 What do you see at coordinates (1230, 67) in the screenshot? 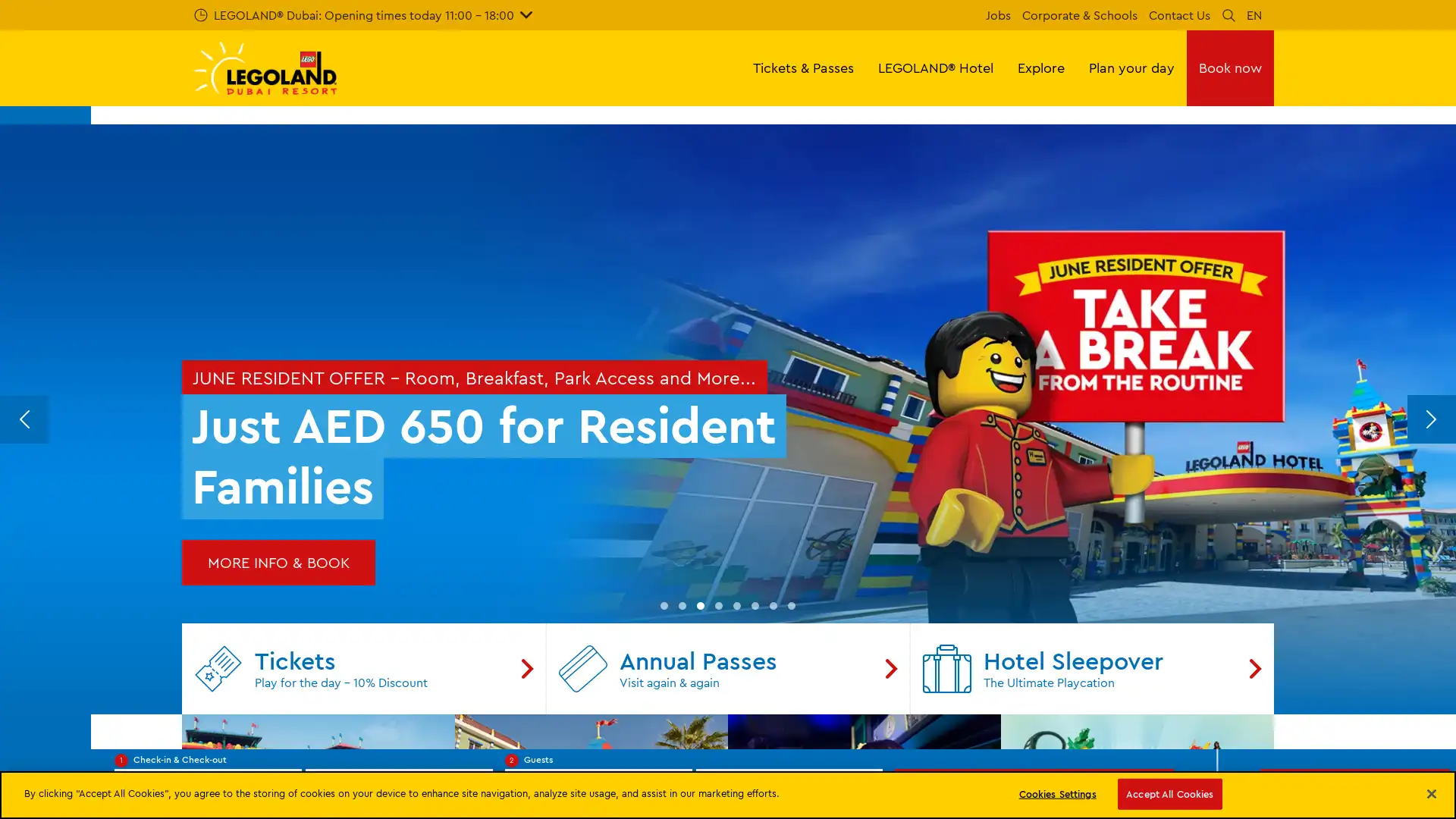
I see `Book now` at bounding box center [1230, 67].